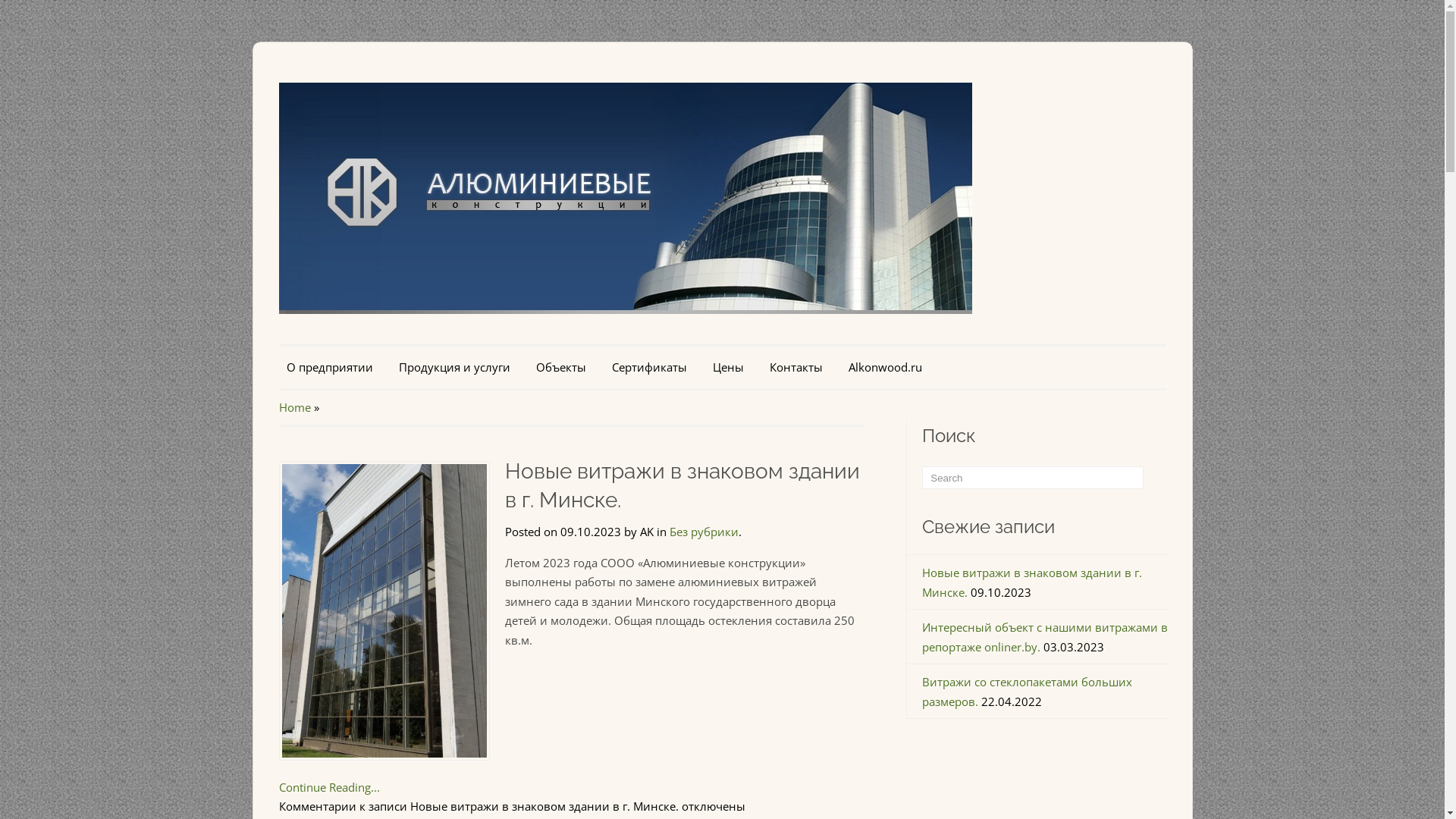 Image resolution: width=1456 pixels, height=819 pixels. Describe the element at coordinates (884, 368) in the screenshot. I see `'Alkonwood.ru'` at that location.